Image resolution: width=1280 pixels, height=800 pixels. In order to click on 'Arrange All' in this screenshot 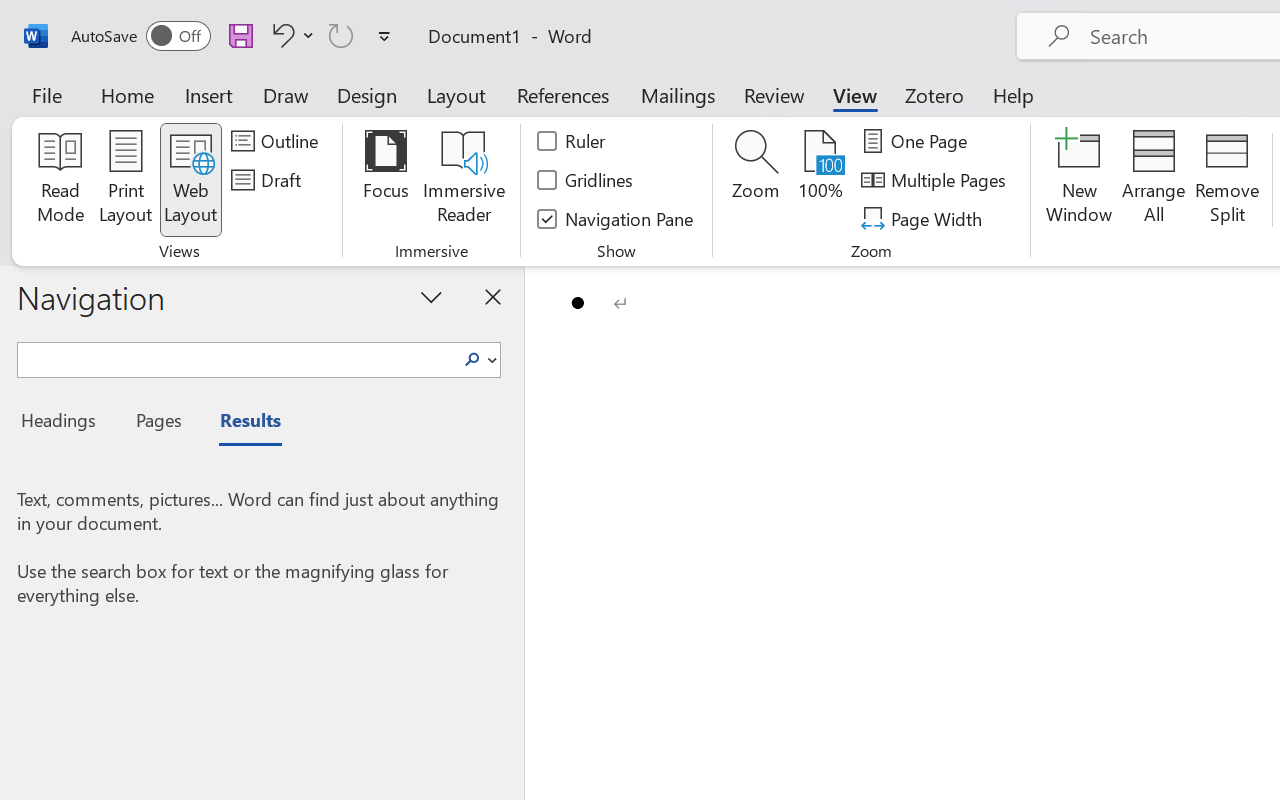, I will do `click(1153, 179)`.